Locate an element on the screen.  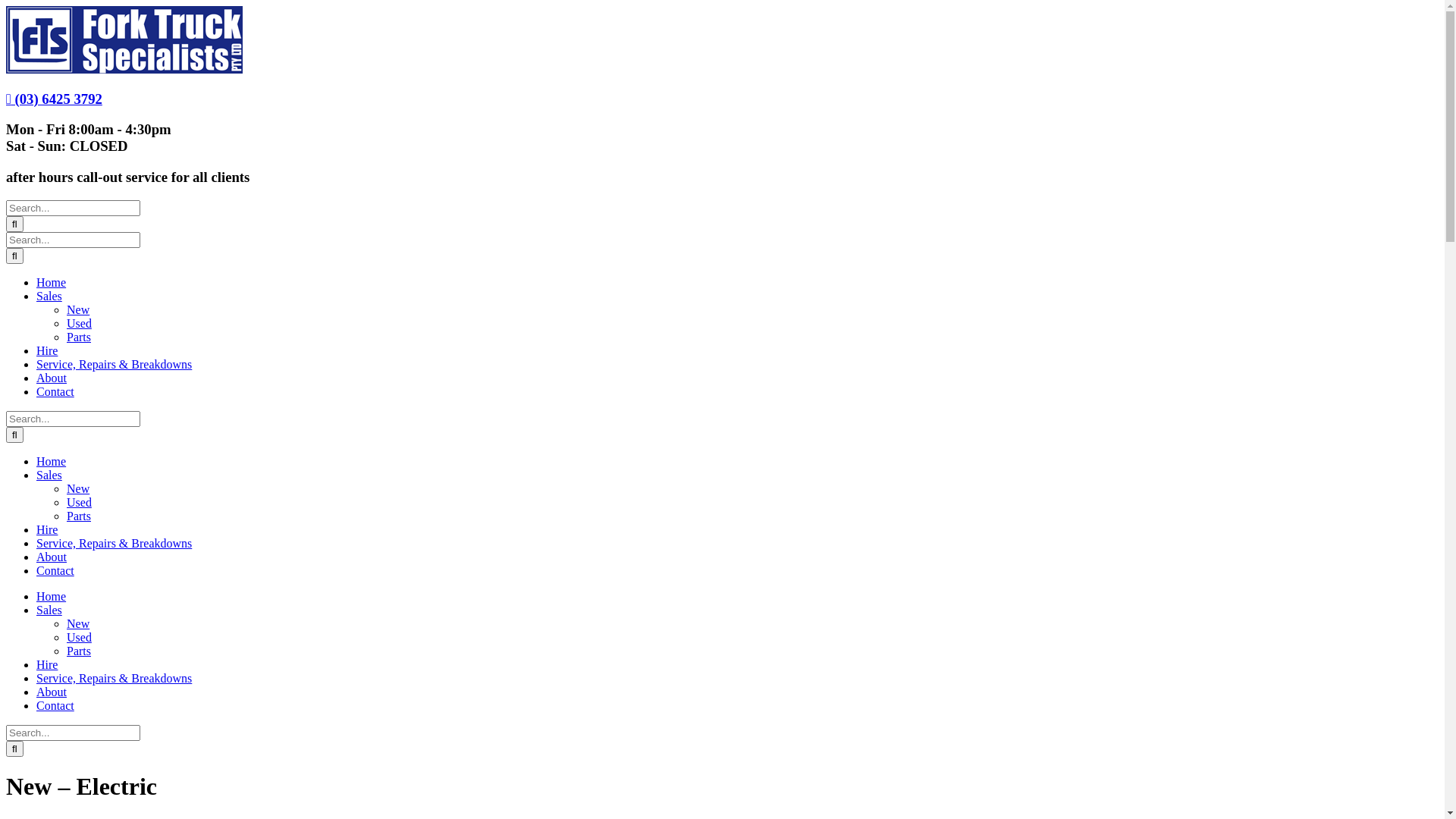
'Contact' is located at coordinates (55, 570).